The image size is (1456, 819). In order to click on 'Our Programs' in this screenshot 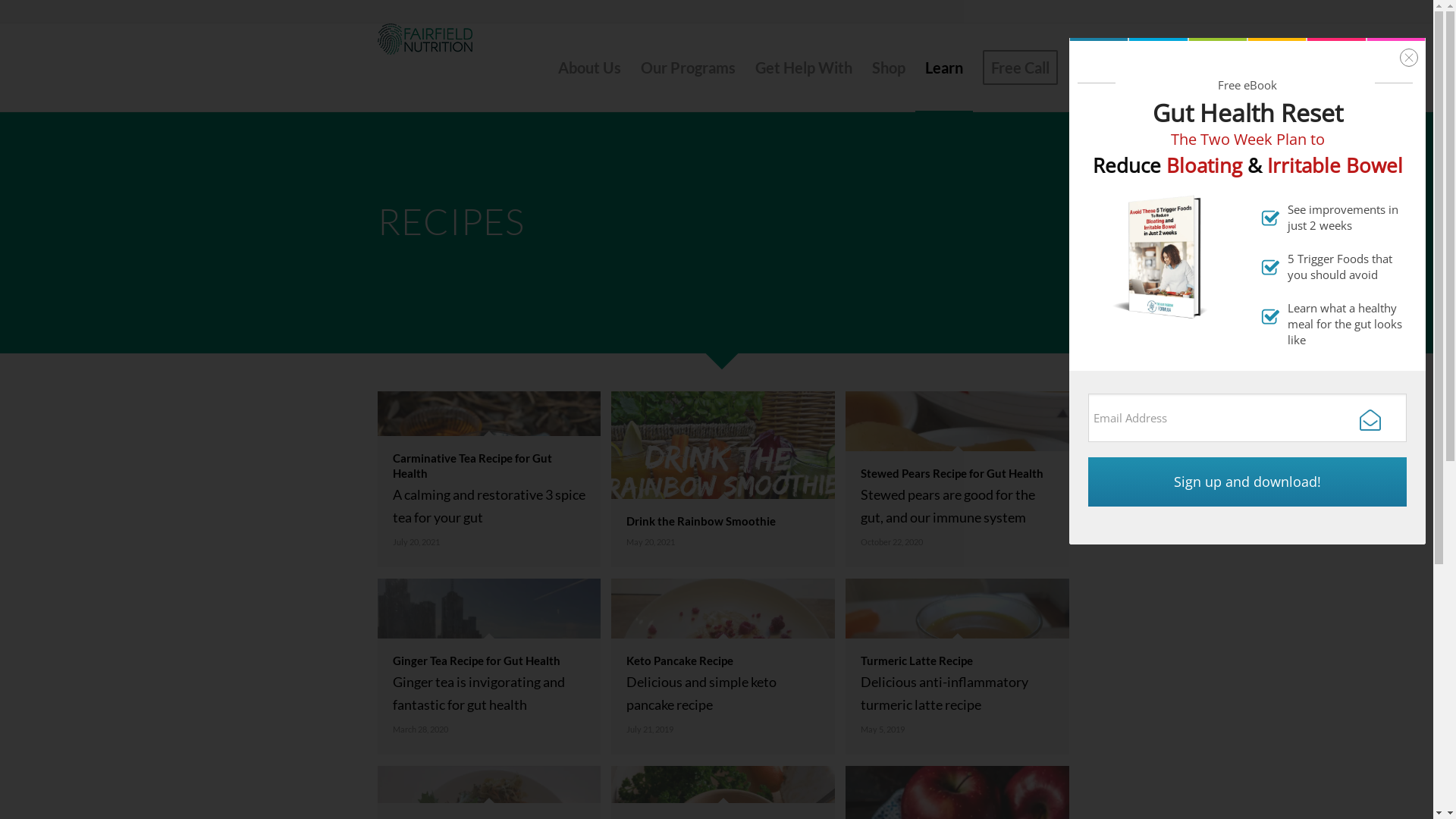, I will do `click(687, 66)`.